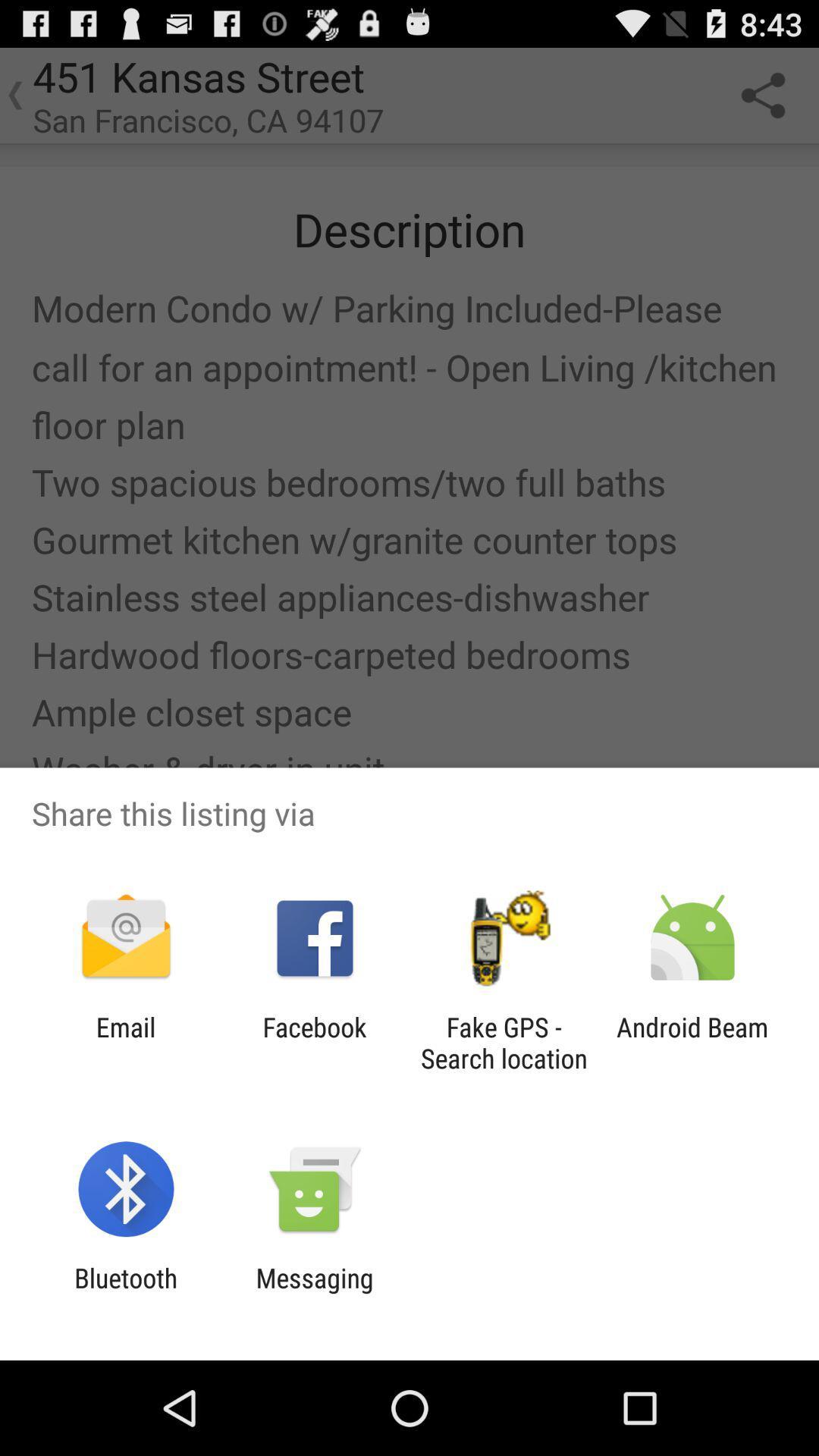 This screenshot has height=1456, width=819. What do you see at coordinates (314, 1293) in the screenshot?
I see `the messaging item` at bounding box center [314, 1293].